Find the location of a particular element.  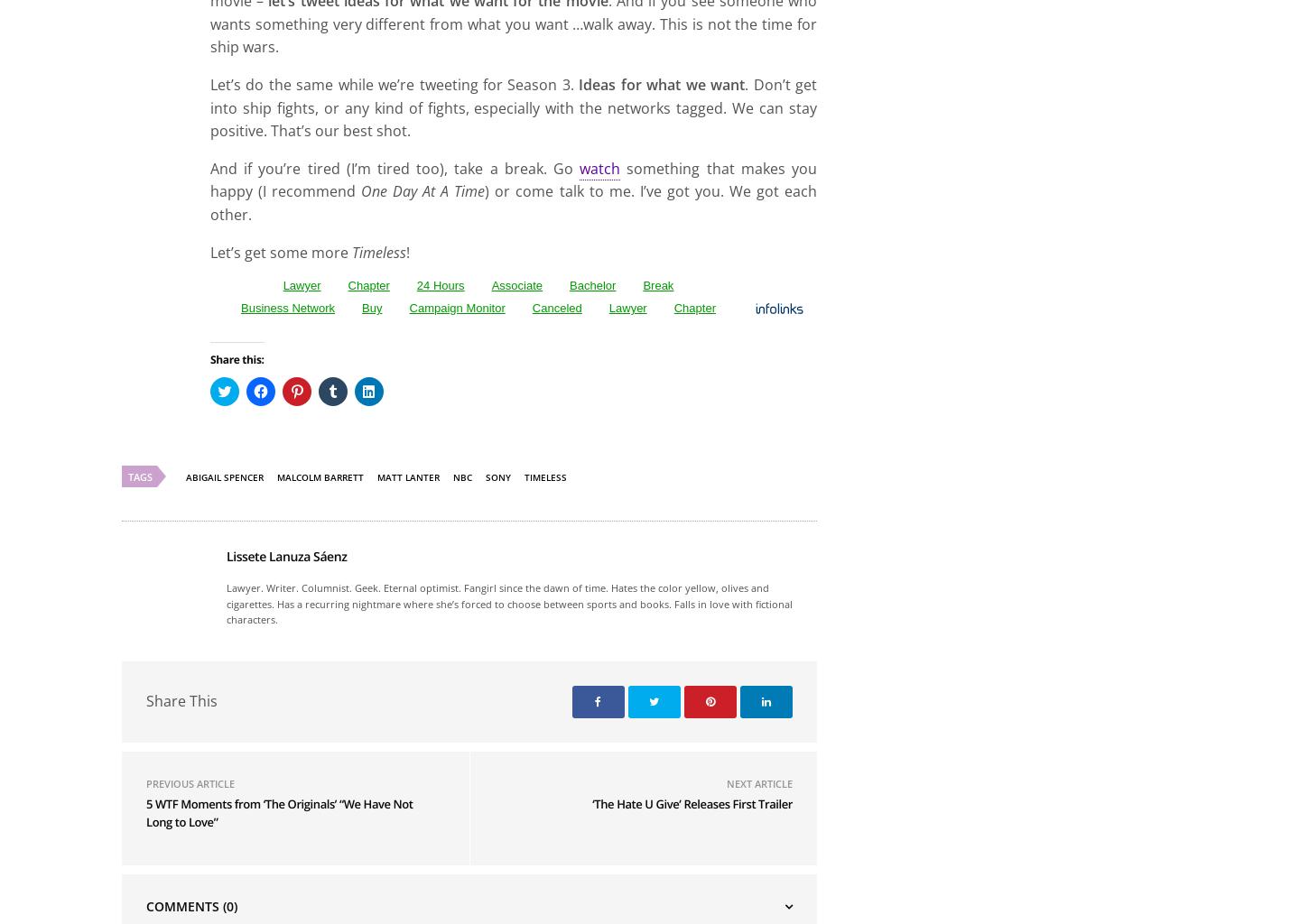

'Share This' is located at coordinates (145, 912).